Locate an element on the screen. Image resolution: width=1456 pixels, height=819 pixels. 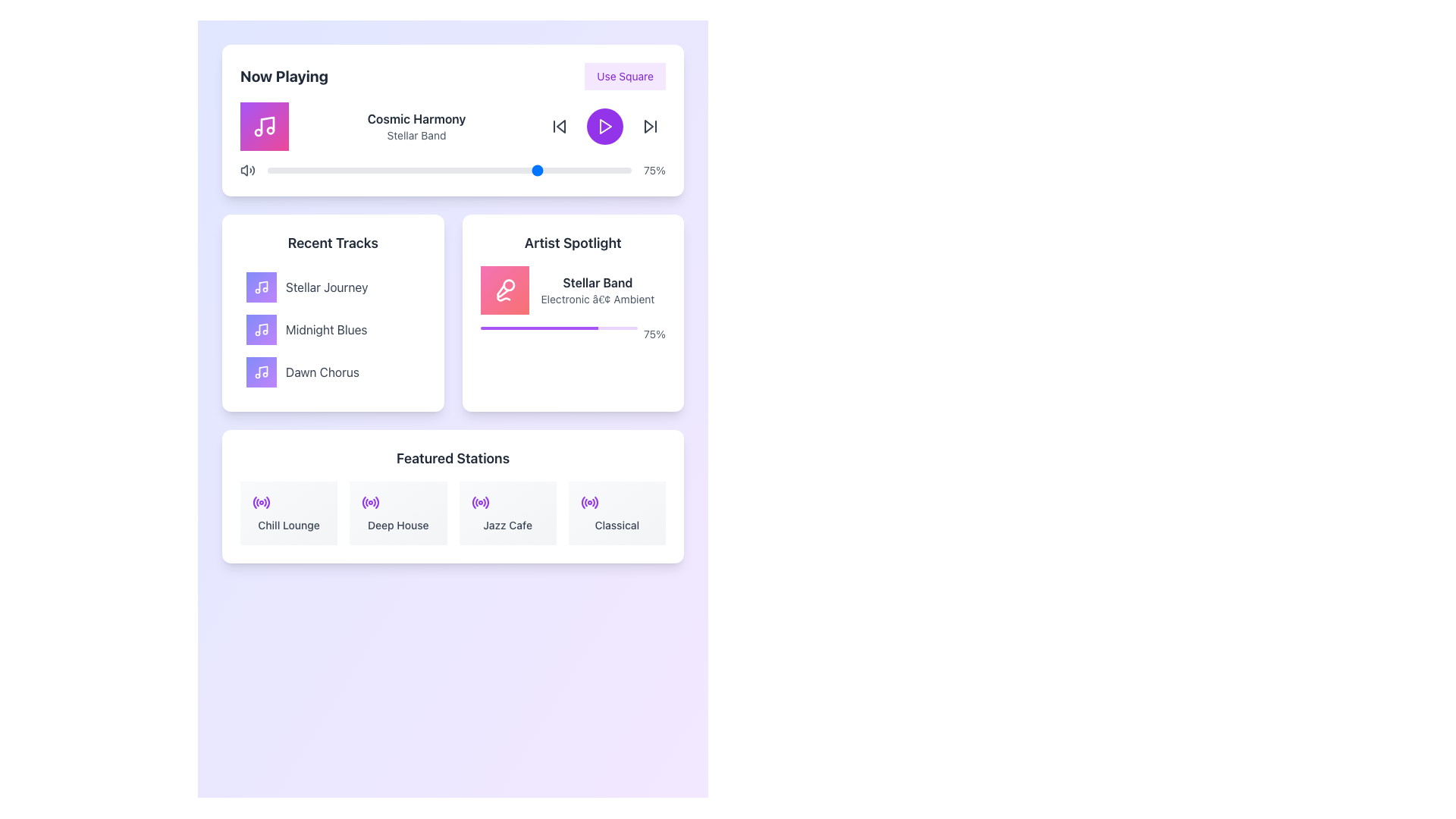
progress is located at coordinates (529, 327).